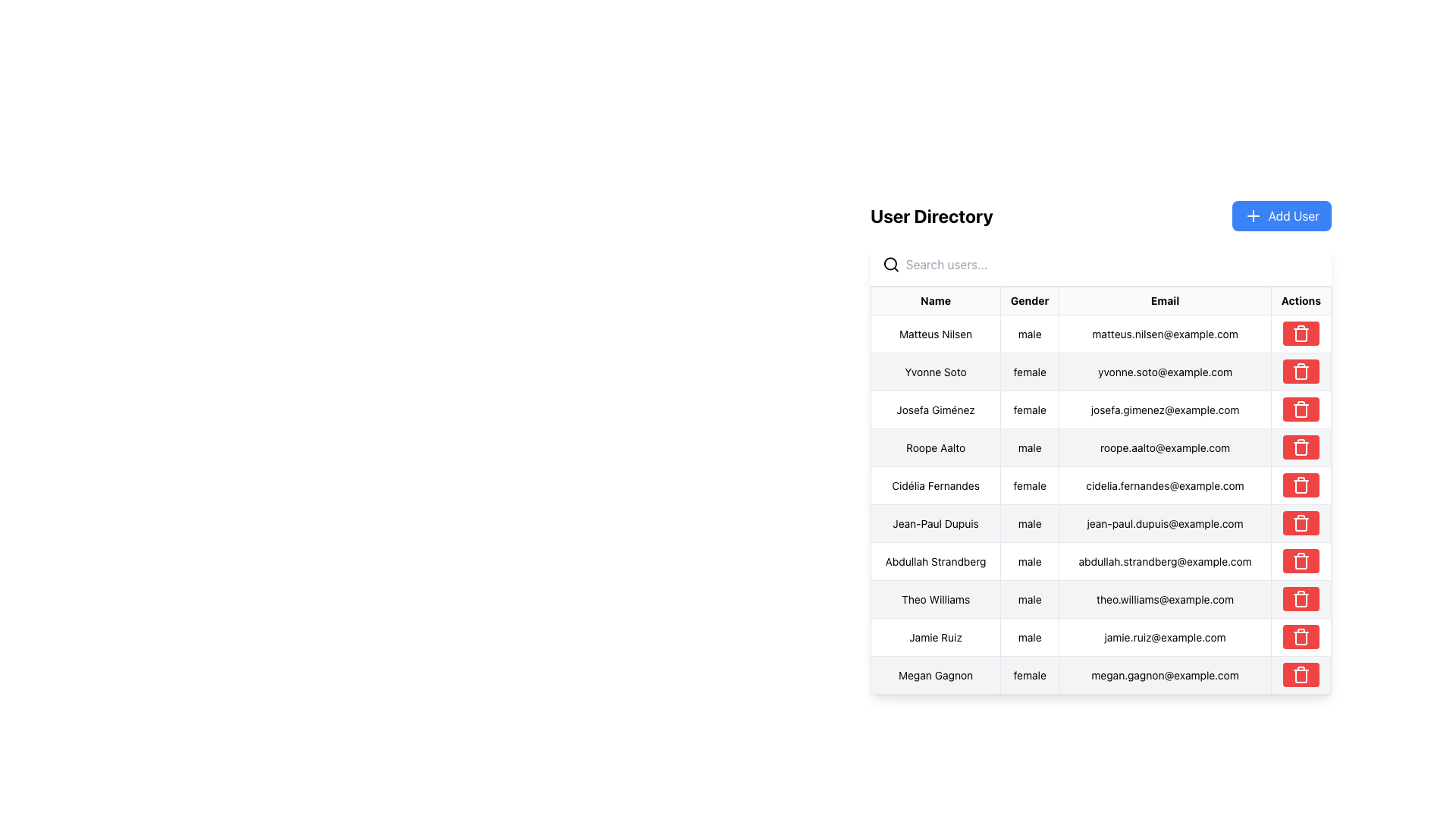  What do you see at coordinates (1300, 674) in the screenshot?
I see `the trash bin icon, which is styled with a red fill and white stroke, located in the last row of the 'Actions' column` at bounding box center [1300, 674].